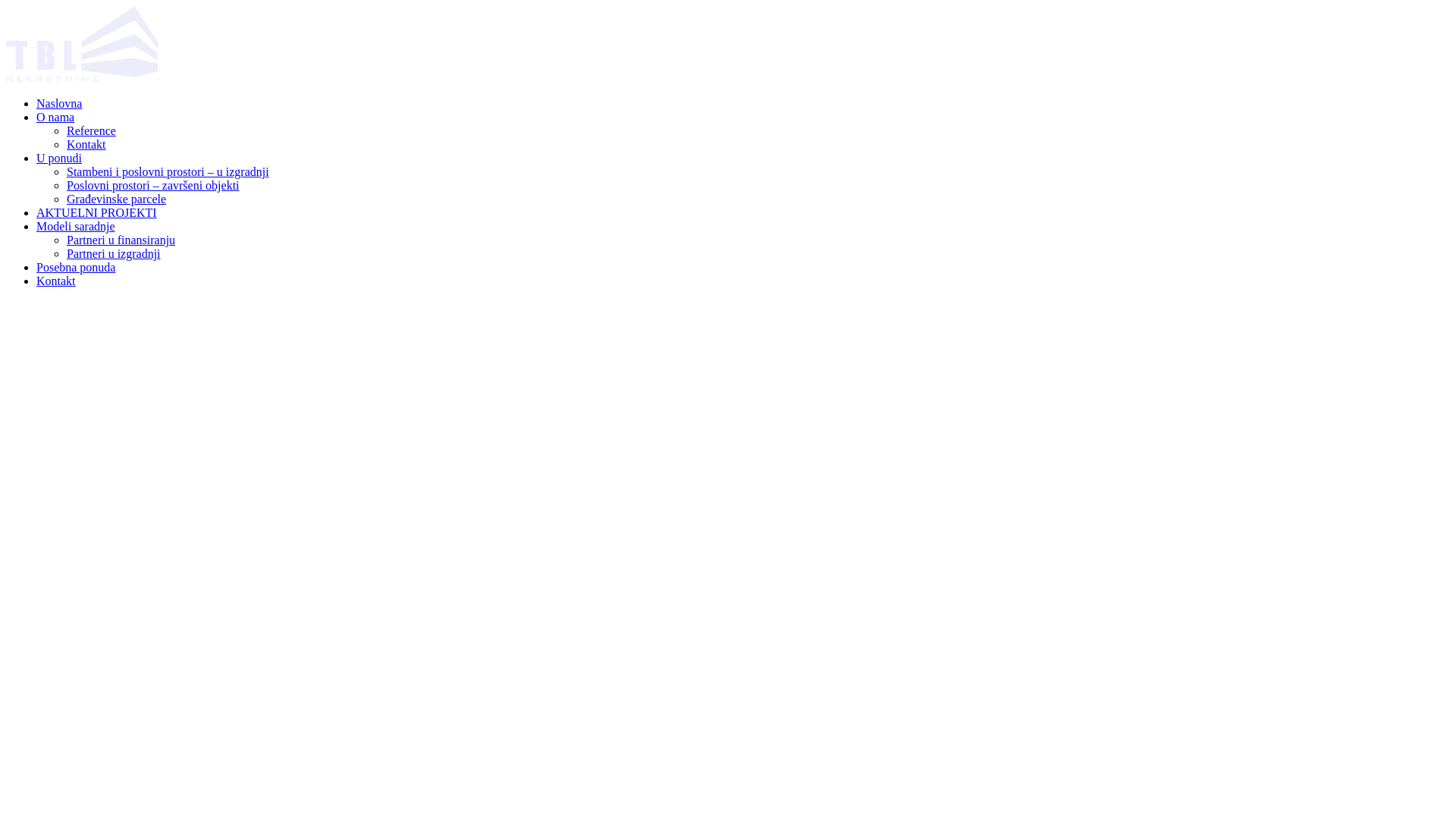 Image resolution: width=1456 pixels, height=819 pixels. Describe the element at coordinates (90, 130) in the screenshot. I see `'Reference'` at that location.